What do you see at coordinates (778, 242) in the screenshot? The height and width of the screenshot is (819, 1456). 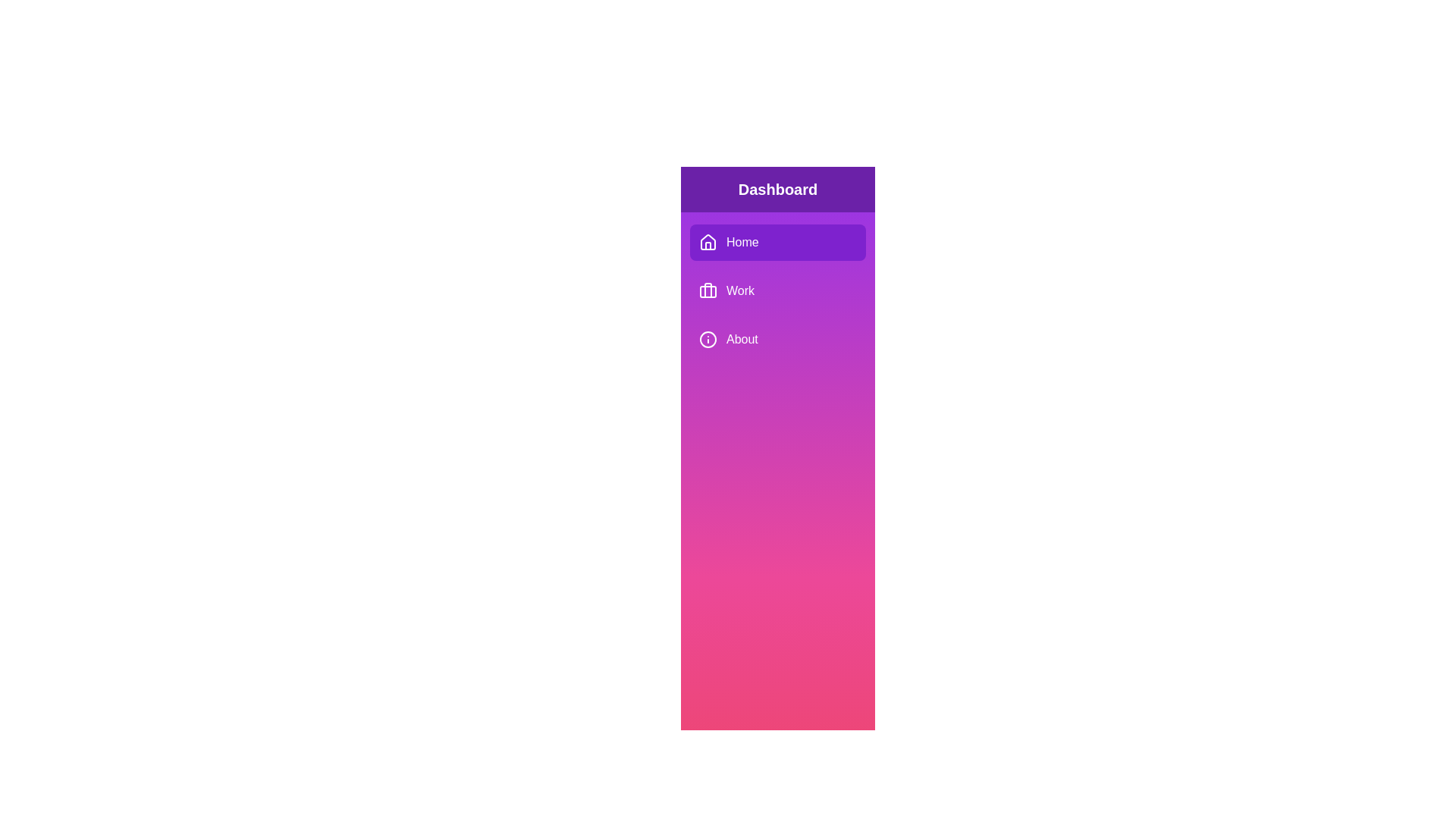 I see `the menu item Home in the sidebar` at bounding box center [778, 242].